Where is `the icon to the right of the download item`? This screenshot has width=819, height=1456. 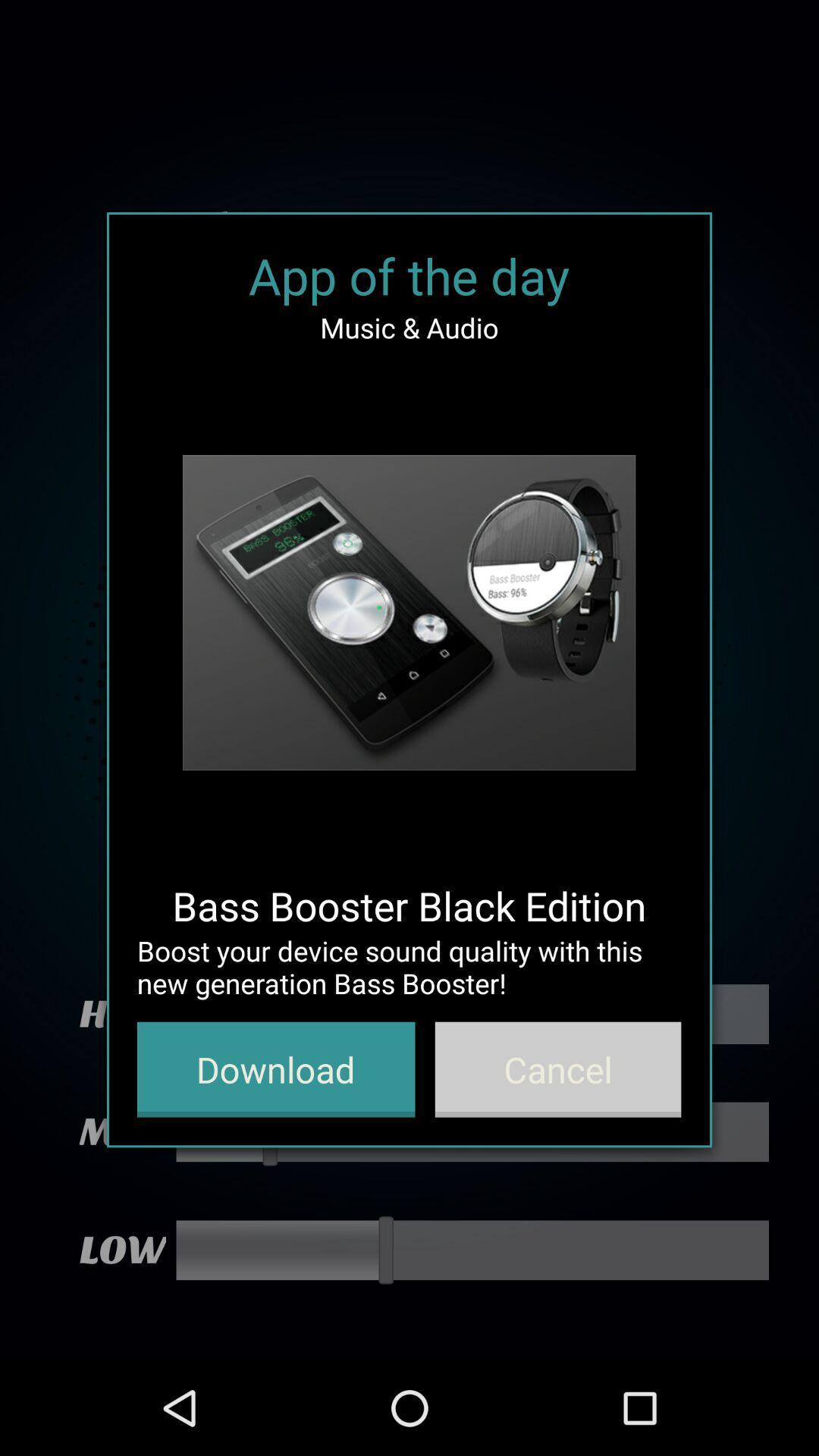 the icon to the right of the download item is located at coordinates (558, 1068).